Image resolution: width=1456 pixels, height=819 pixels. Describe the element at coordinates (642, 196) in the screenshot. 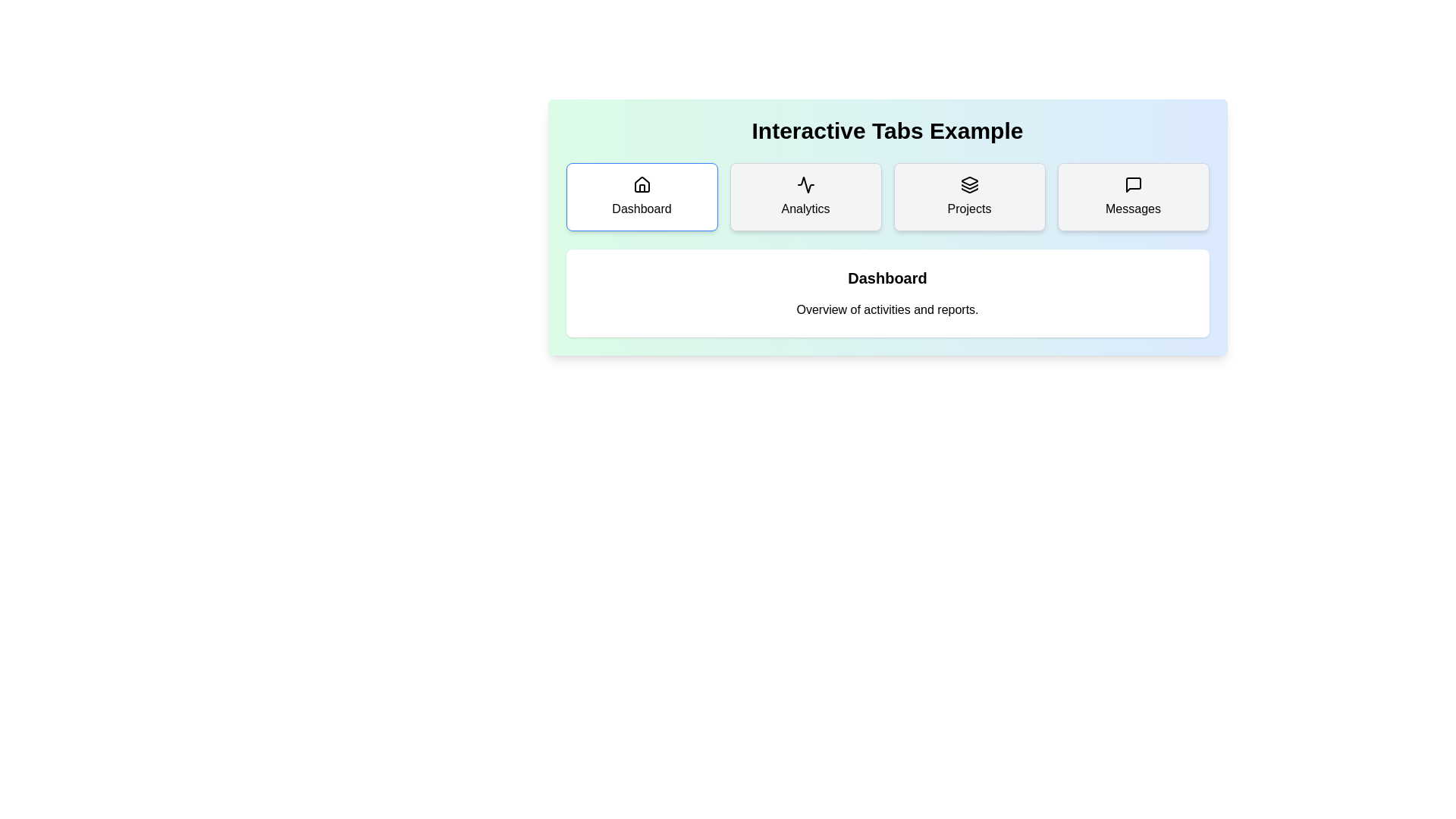

I see `the Dashboard tab by clicking on its button` at that location.